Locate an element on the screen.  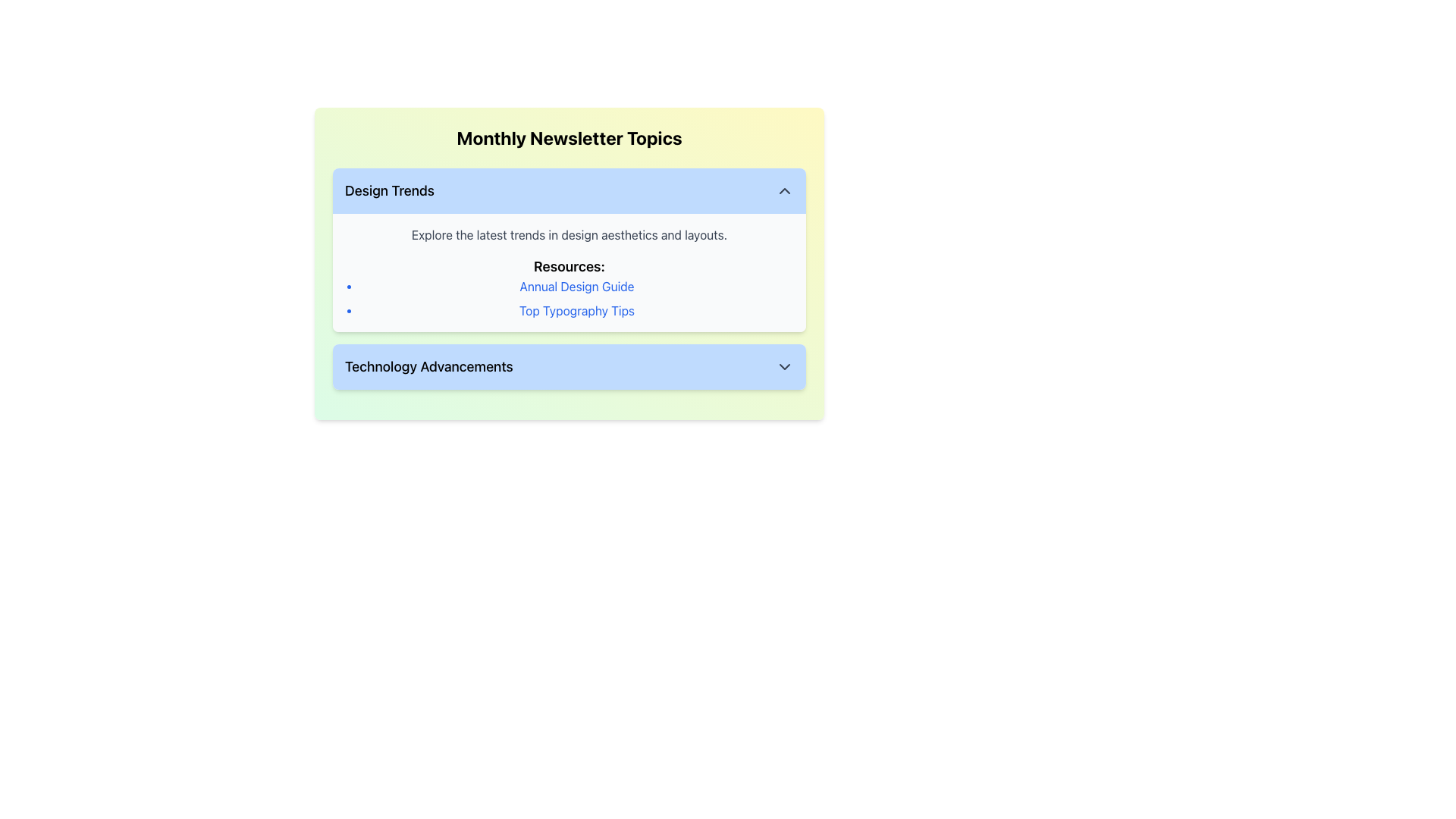
the text link that serves as a navigation component for design guides located beneath the 'Resources' header in the 'Design Trends' section is located at coordinates (576, 287).